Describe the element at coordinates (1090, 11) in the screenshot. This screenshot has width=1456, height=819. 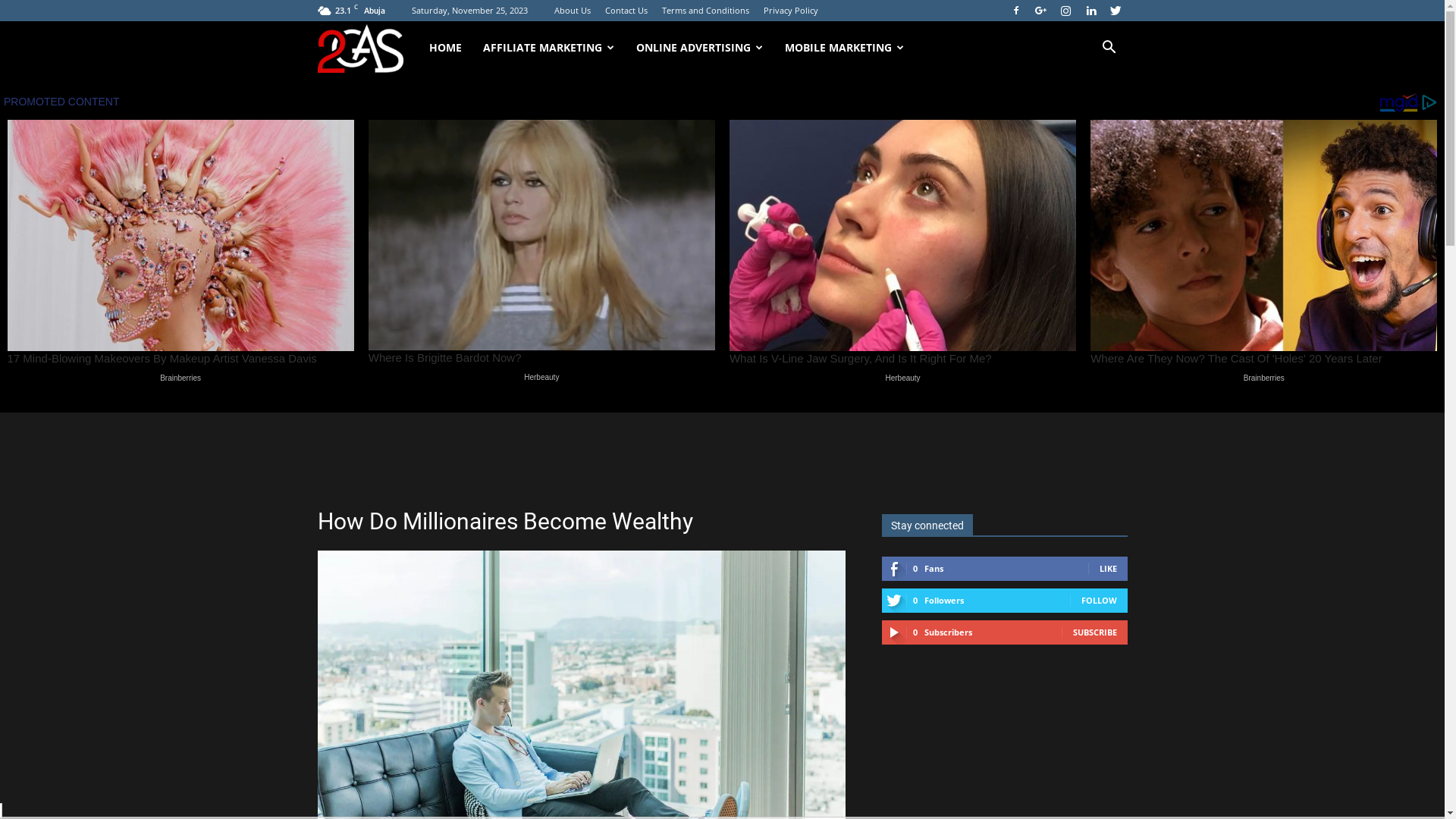
I see `'Linkedin'` at that location.